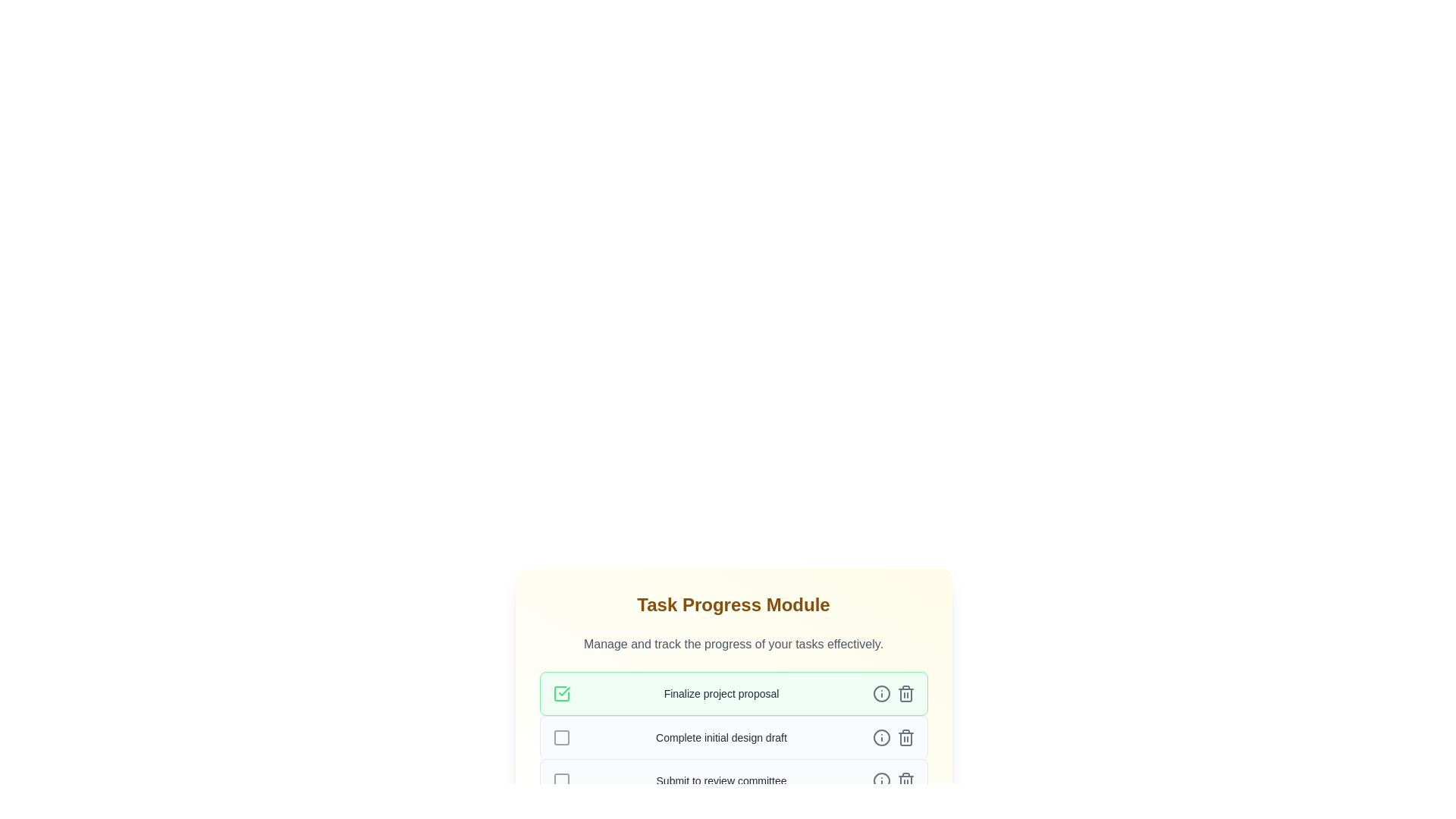  What do you see at coordinates (905, 780) in the screenshot?
I see `the trash bin icon button in the action section of the last task row` at bounding box center [905, 780].